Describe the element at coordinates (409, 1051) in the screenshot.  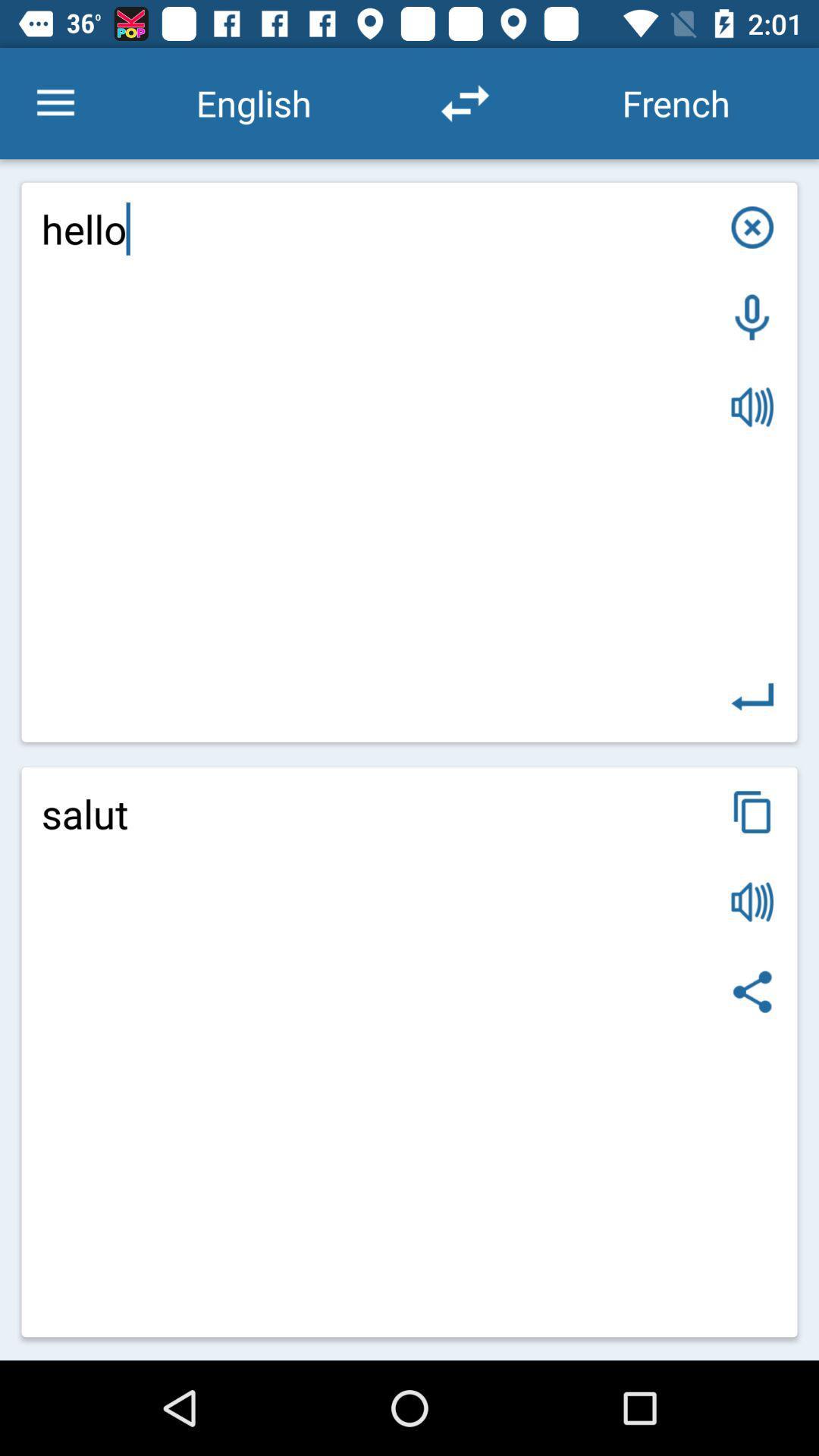
I see `salut` at that location.